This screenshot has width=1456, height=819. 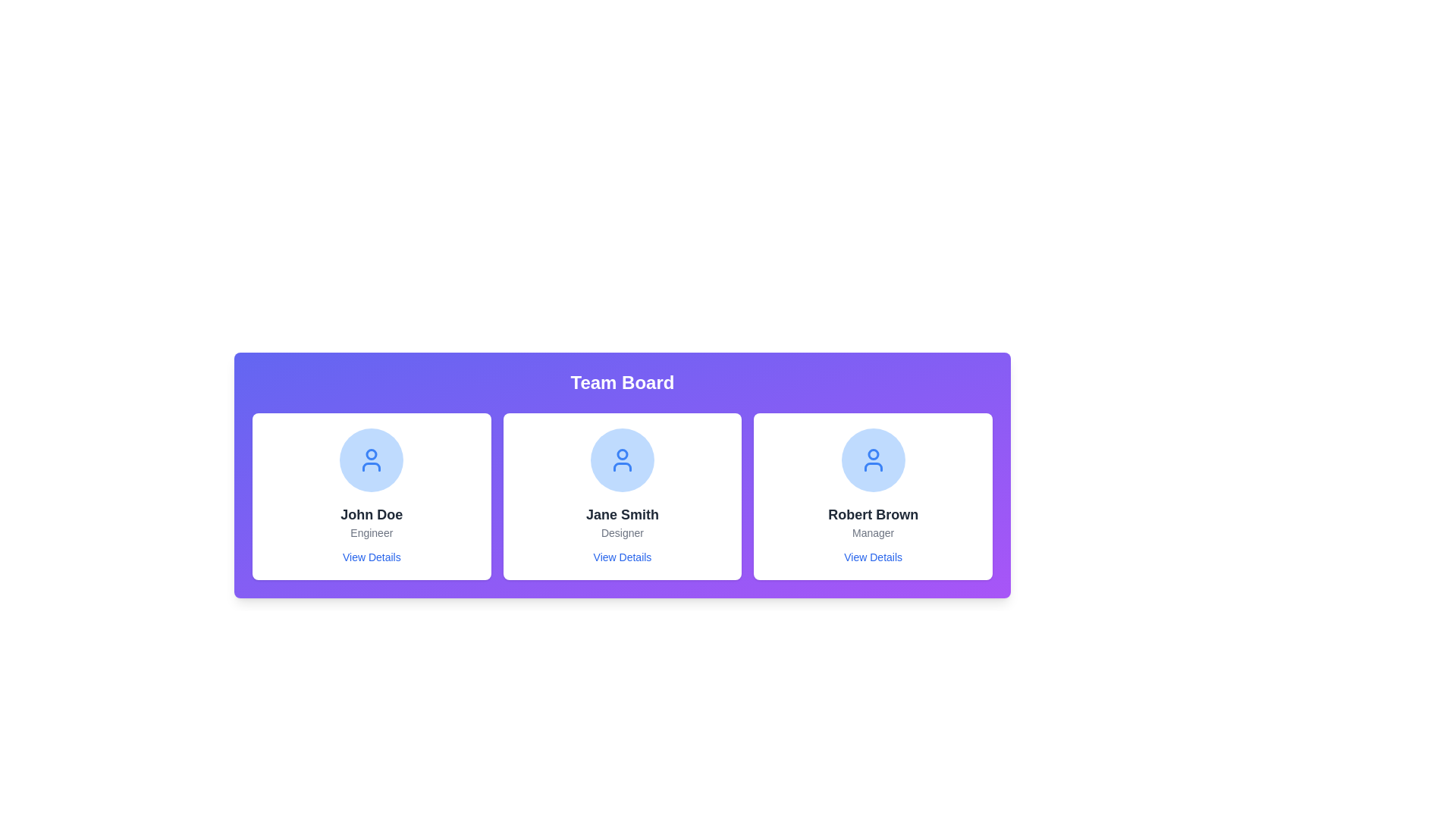 I want to click on the navigational text link located below the text 'Engineer' in the lower part of the card containing information about 'John Doe', so click(x=372, y=557).